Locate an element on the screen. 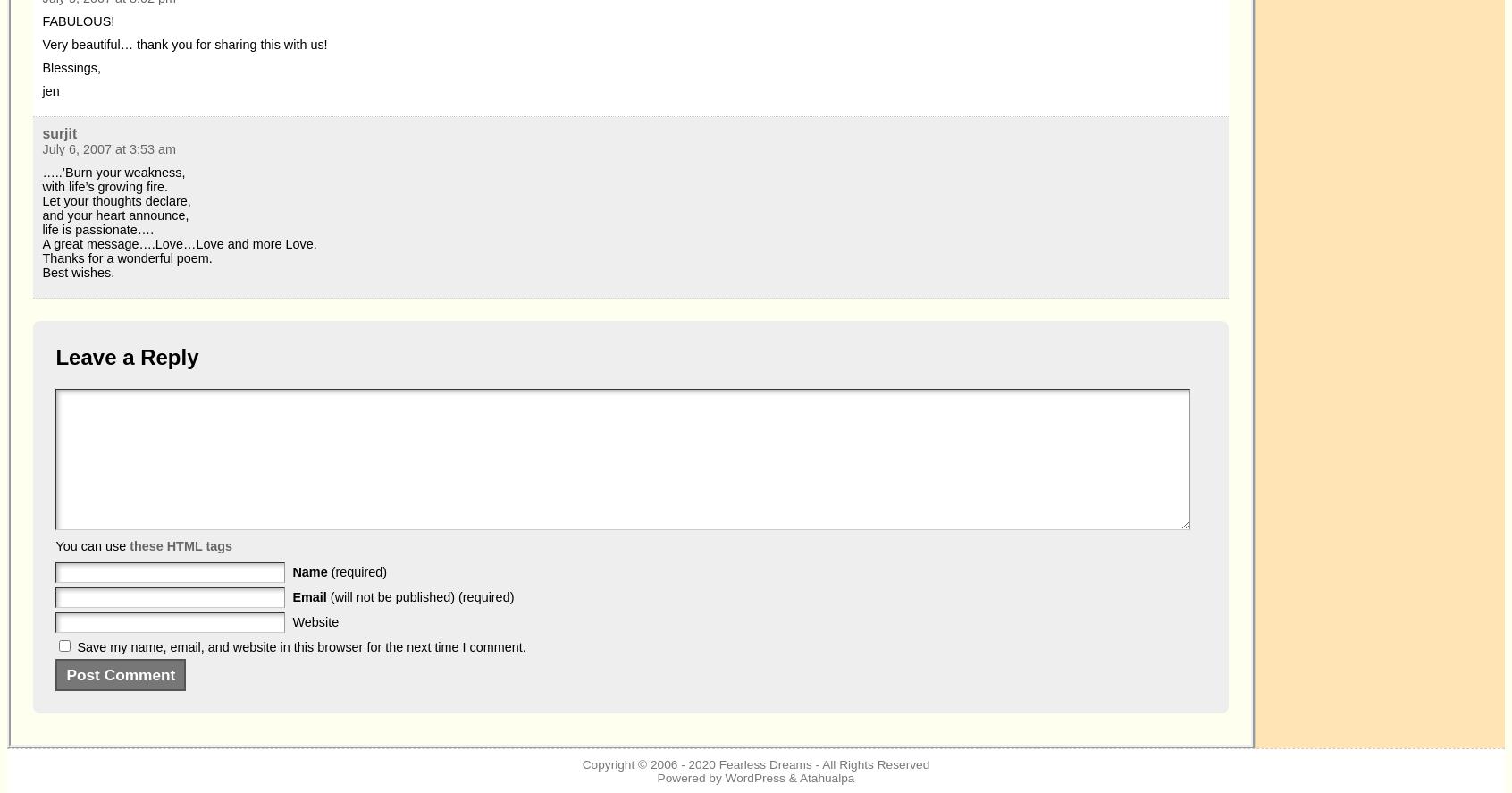  'Blessings,' is located at coordinates (71, 67).